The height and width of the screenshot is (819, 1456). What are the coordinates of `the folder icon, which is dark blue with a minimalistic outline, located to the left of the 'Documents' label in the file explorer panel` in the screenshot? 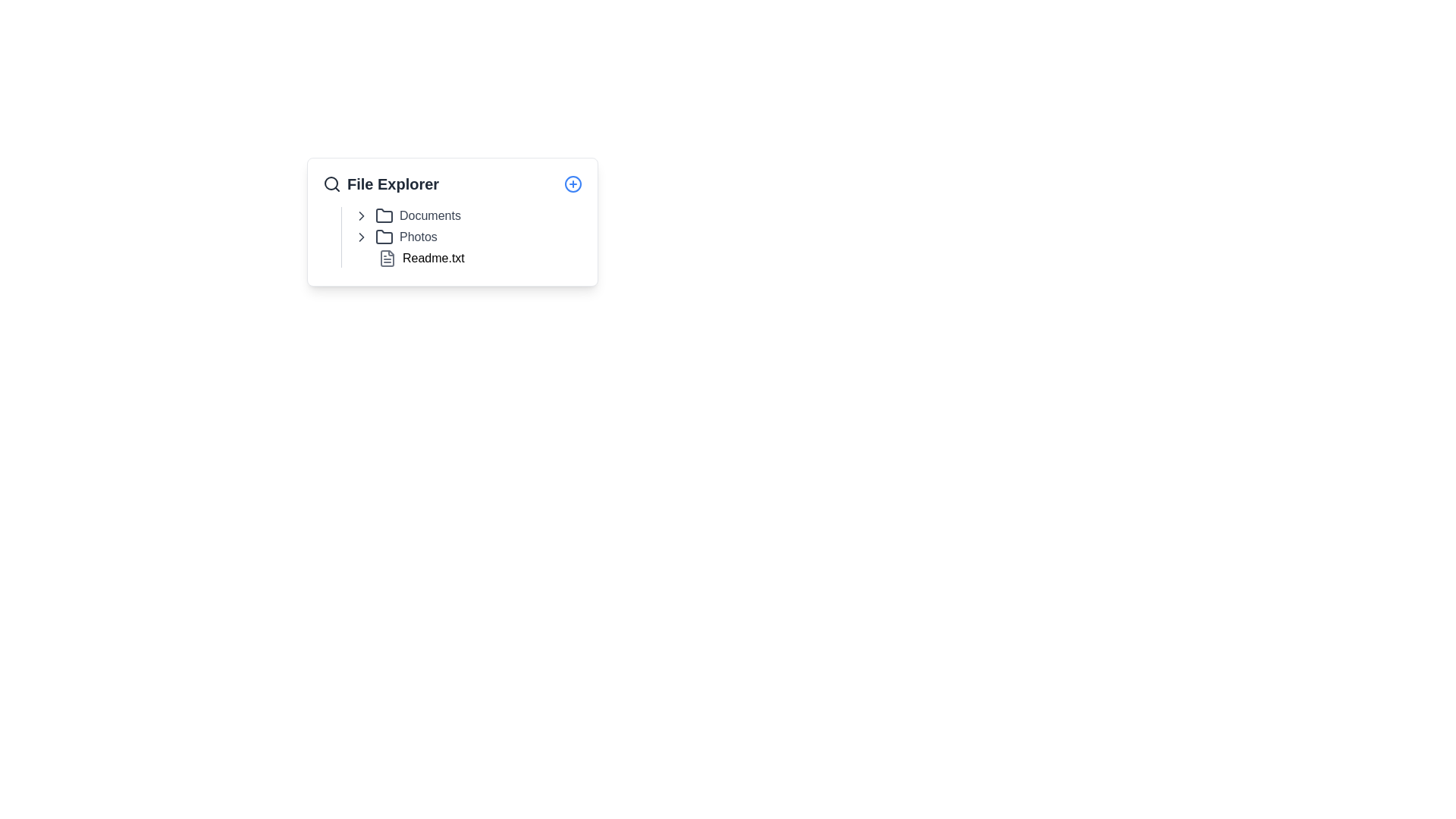 It's located at (384, 216).